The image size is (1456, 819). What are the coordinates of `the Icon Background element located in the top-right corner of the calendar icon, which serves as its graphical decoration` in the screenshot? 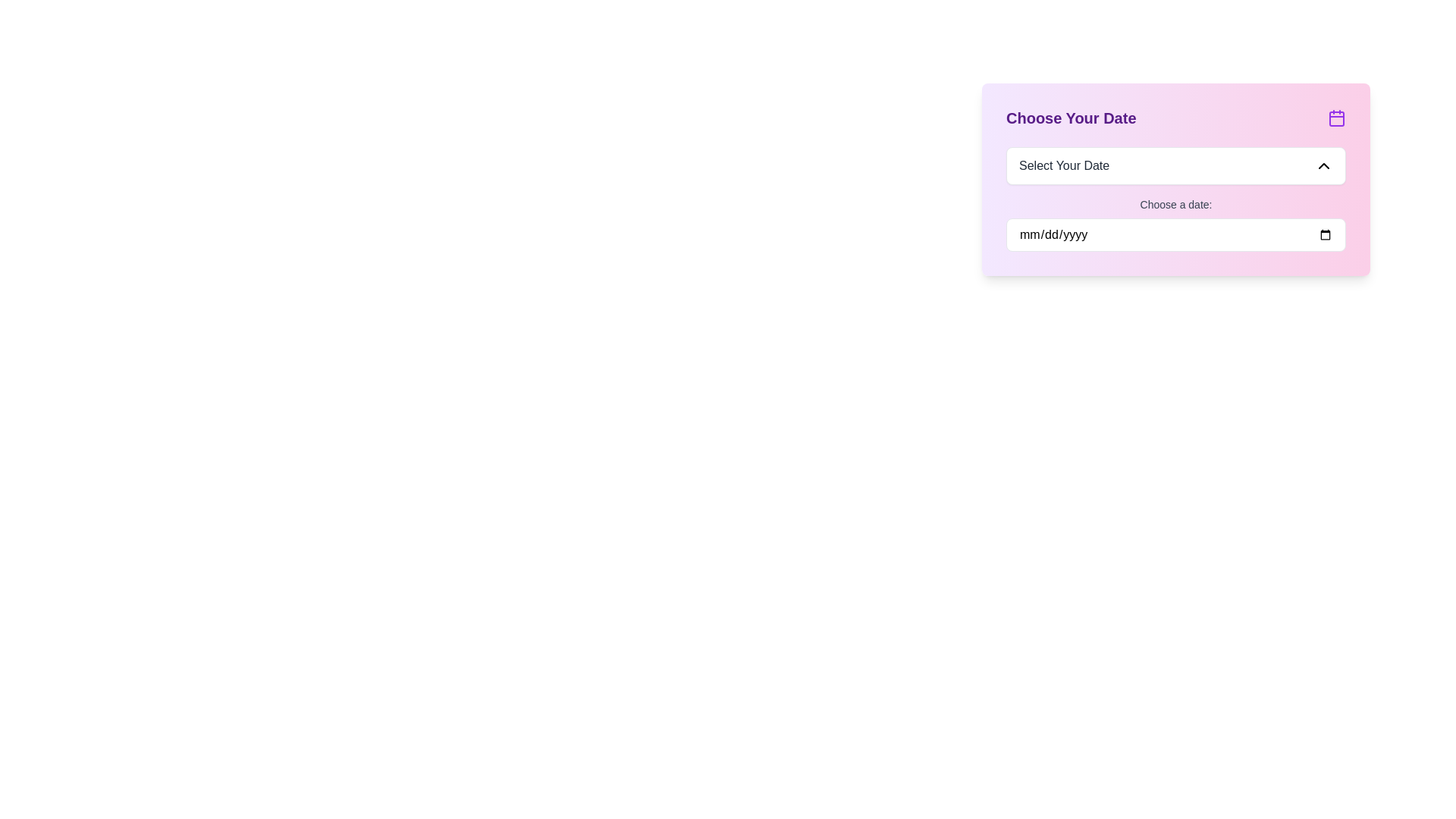 It's located at (1336, 118).